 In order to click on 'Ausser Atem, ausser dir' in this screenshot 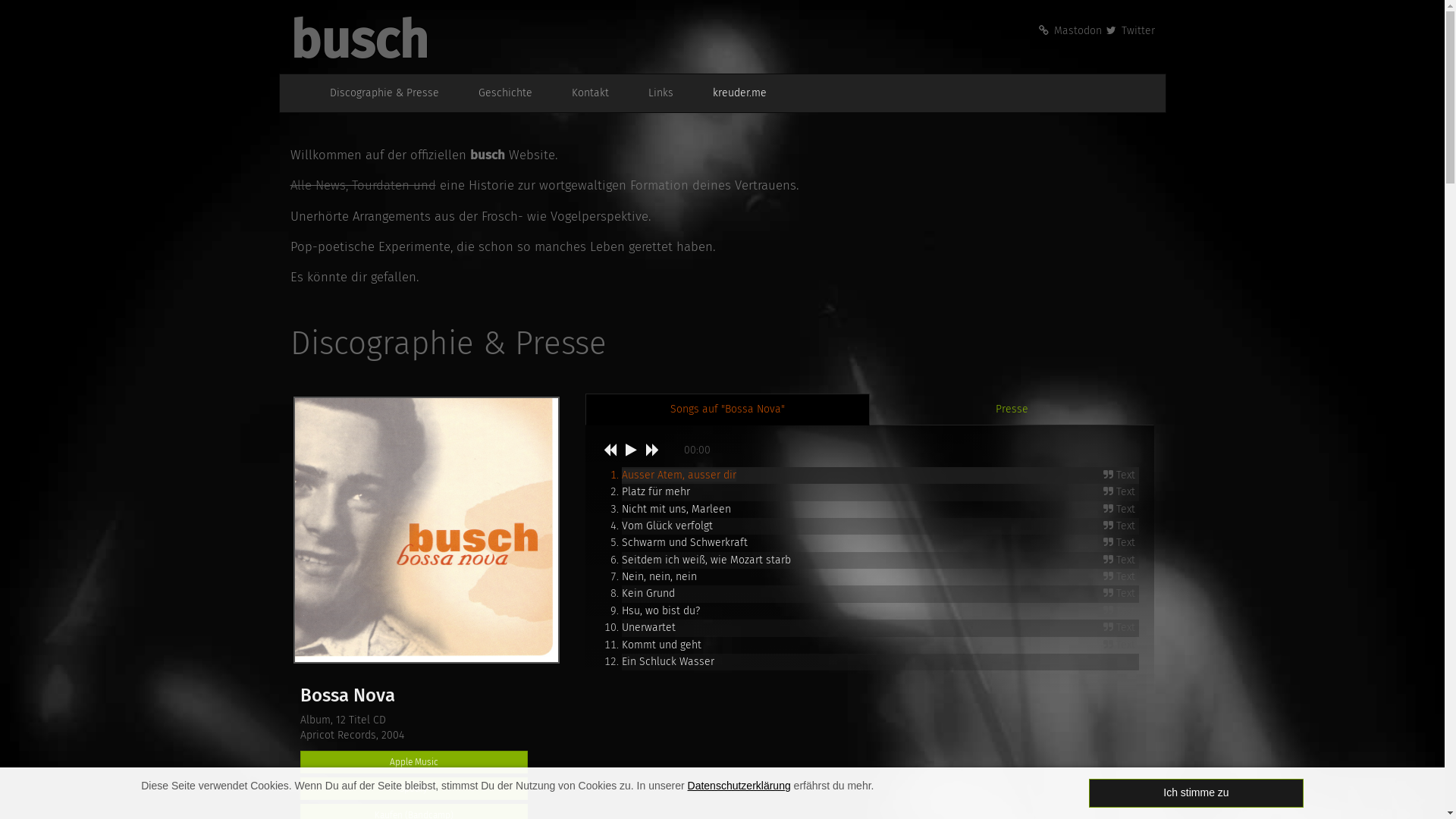, I will do `click(678, 474)`.